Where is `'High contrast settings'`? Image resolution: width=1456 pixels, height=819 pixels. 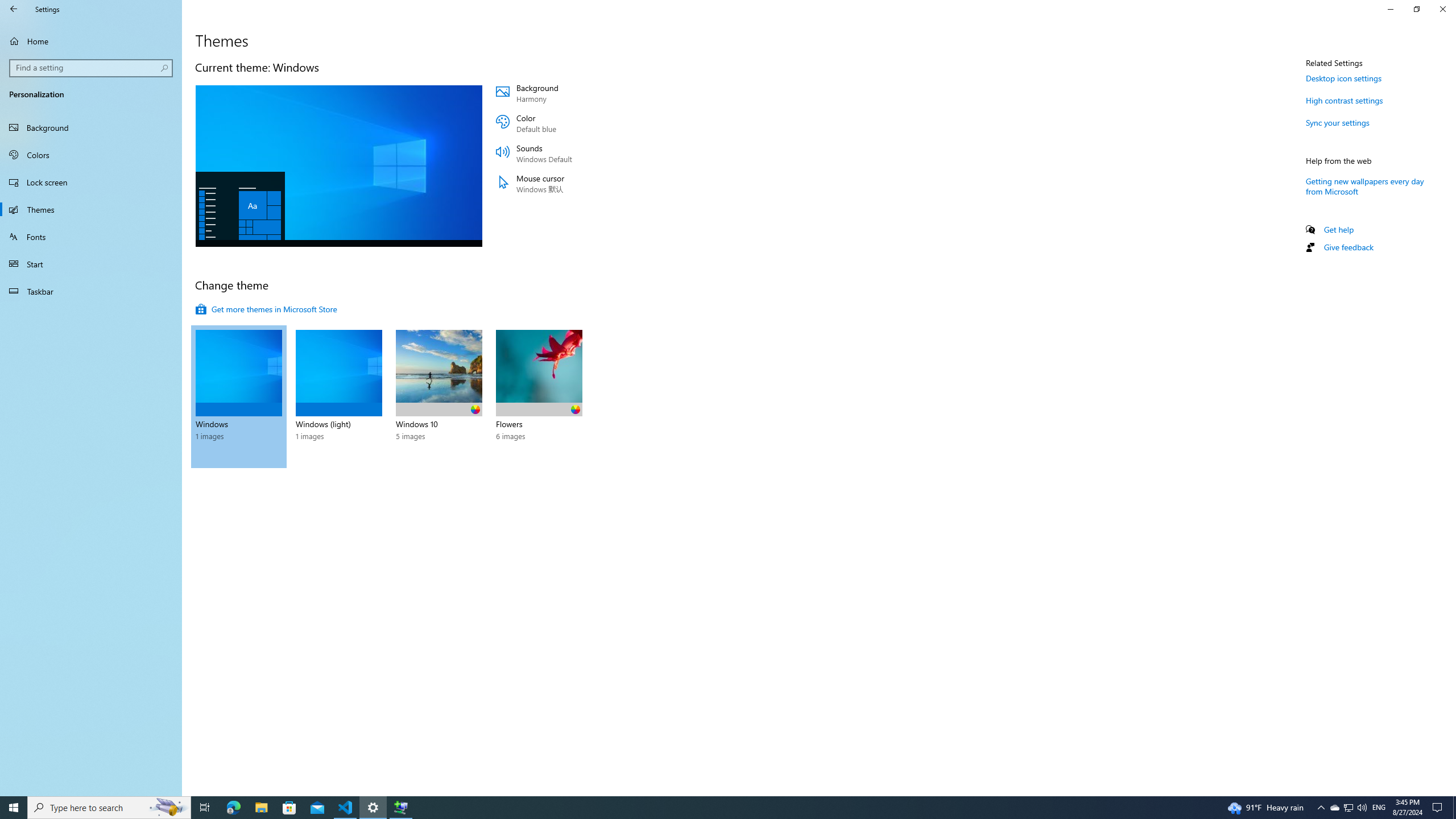
'High contrast settings' is located at coordinates (1345, 100).